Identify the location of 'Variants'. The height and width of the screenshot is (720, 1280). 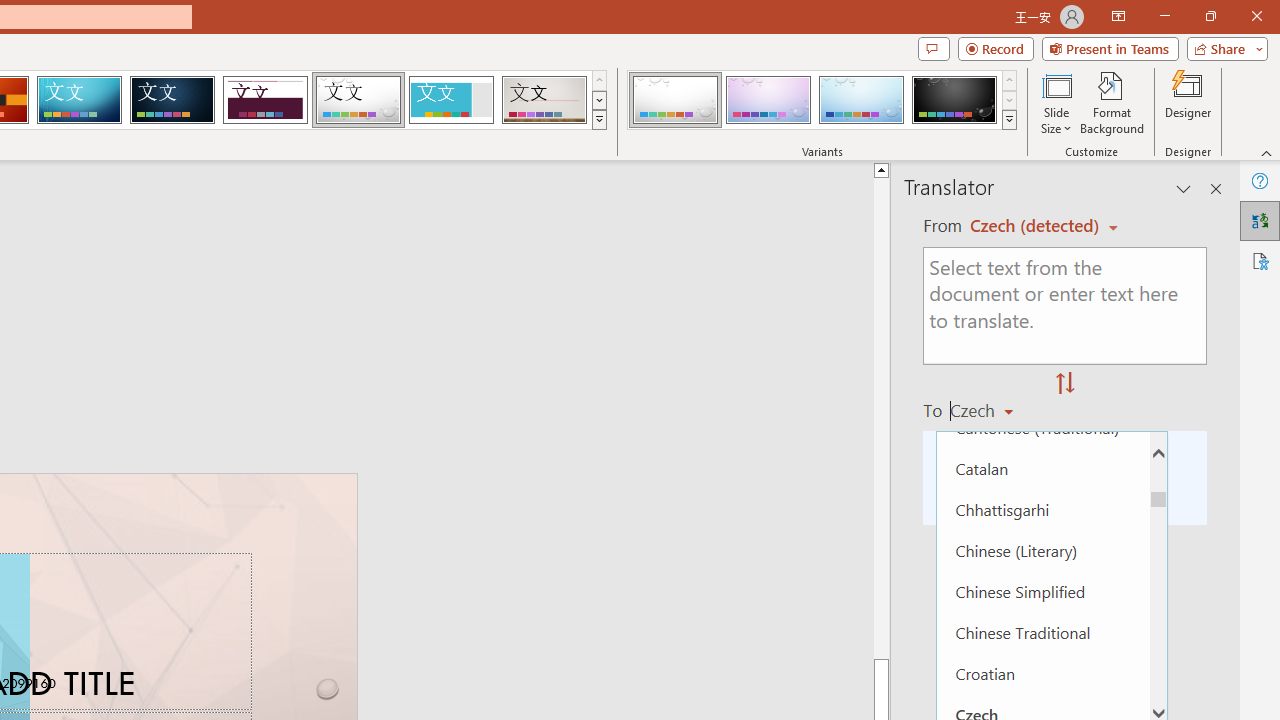
(1009, 120).